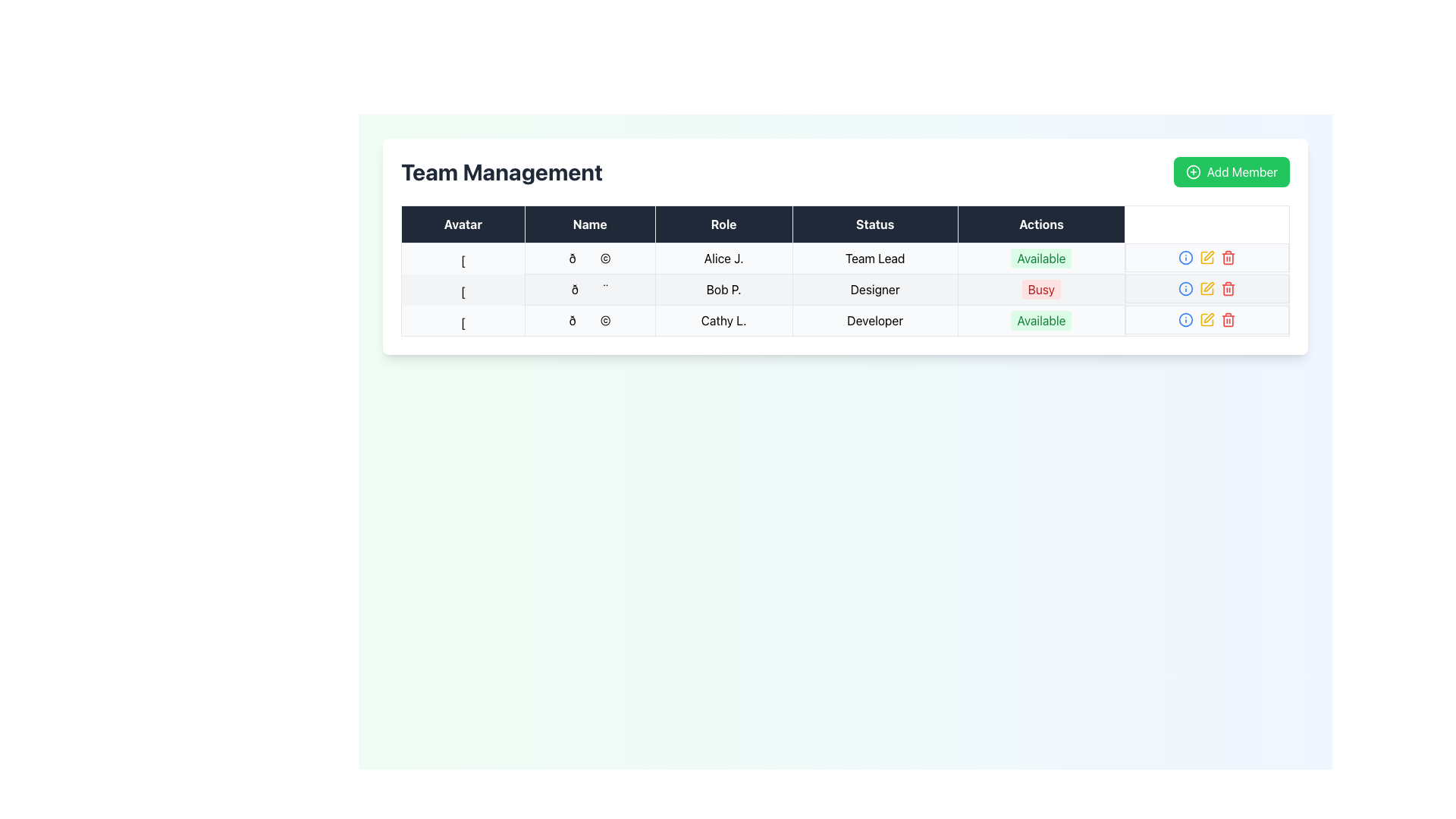 The height and width of the screenshot is (819, 1456). I want to click on the yellow pencil icon button in the 'Actions' column of the second row to change its color shade, so click(1207, 256).